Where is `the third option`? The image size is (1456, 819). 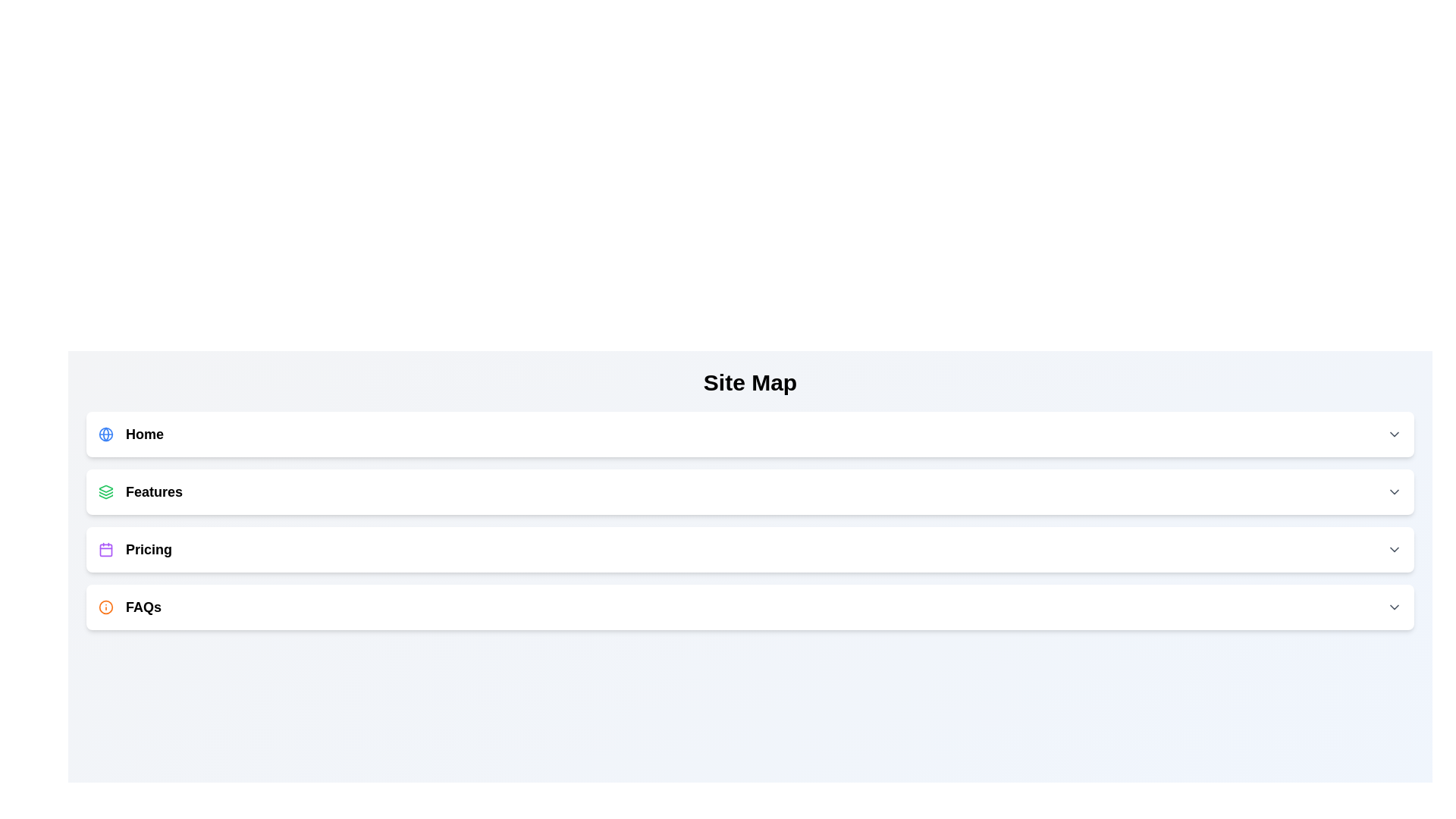 the third option is located at coordinates (750, 550).